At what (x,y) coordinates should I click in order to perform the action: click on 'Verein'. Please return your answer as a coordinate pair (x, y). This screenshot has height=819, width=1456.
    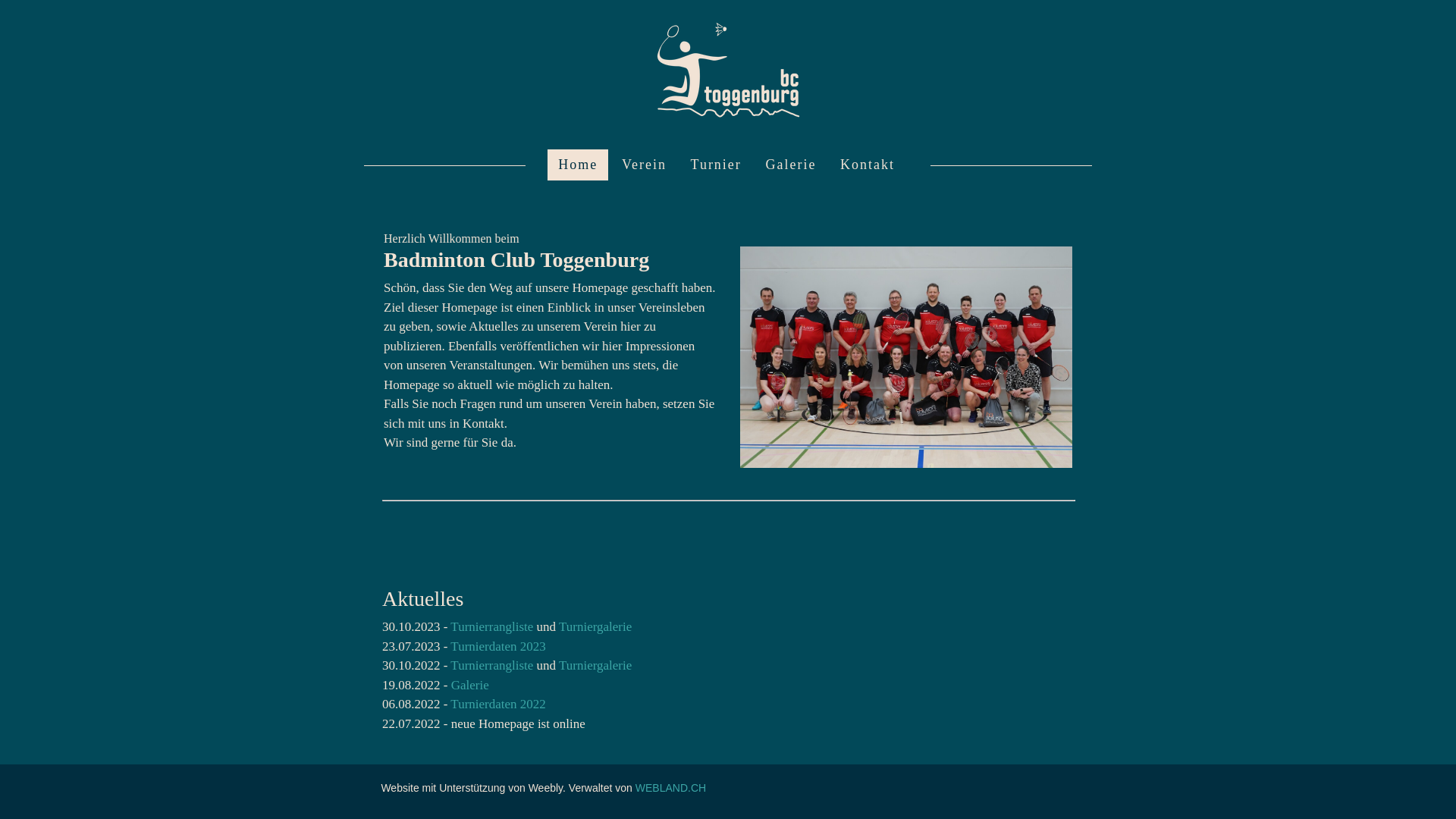
    Looking at the image, I should click on (644, 165).